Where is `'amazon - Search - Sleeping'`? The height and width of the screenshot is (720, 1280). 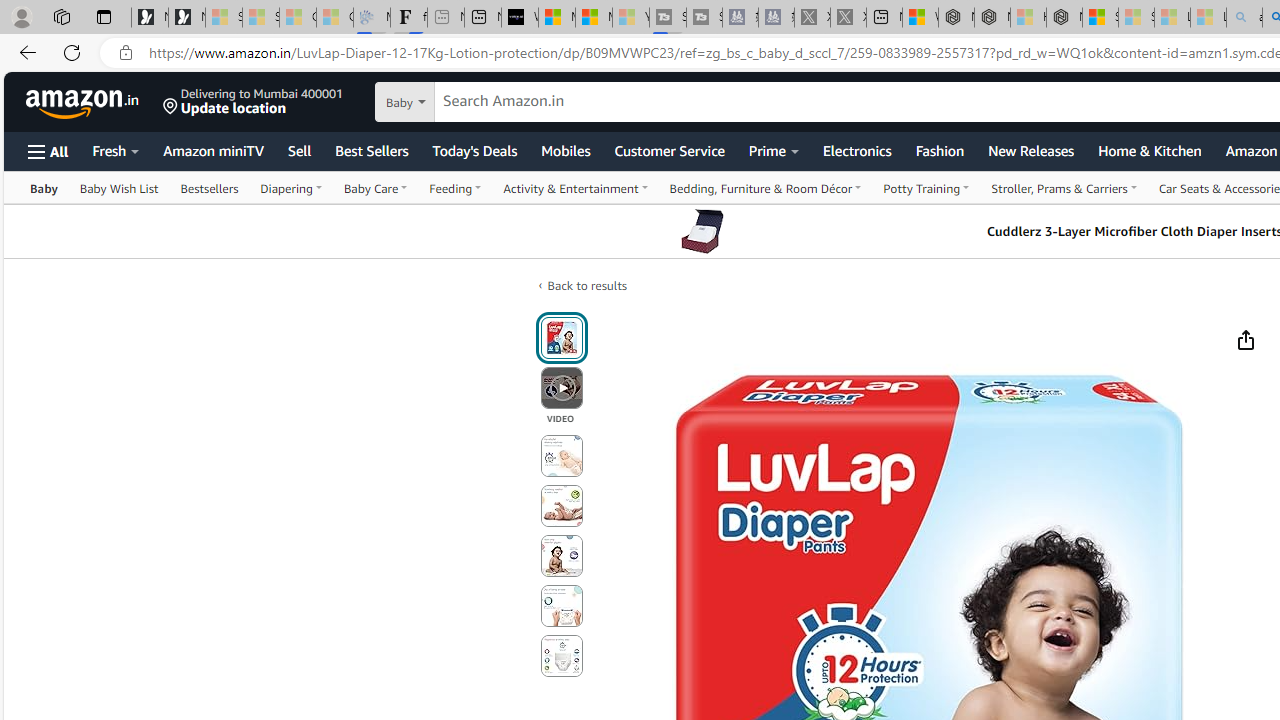 'amazon - Search - Sleeping' is located at coordinates (1243, 17).